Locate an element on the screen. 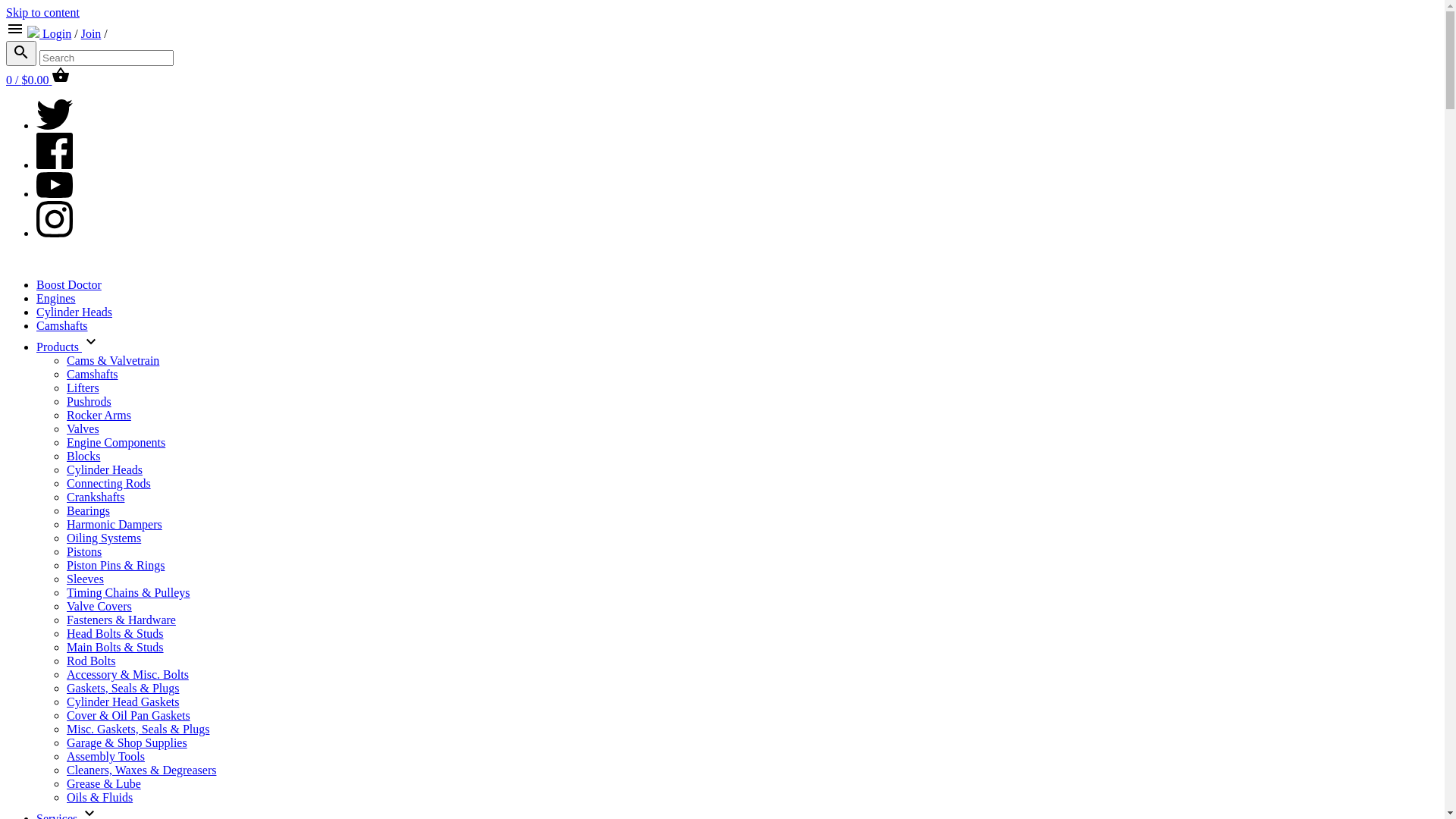 This screenshot has width=1456, height=819. 'Twitter' is located at coordinates (55, 124).